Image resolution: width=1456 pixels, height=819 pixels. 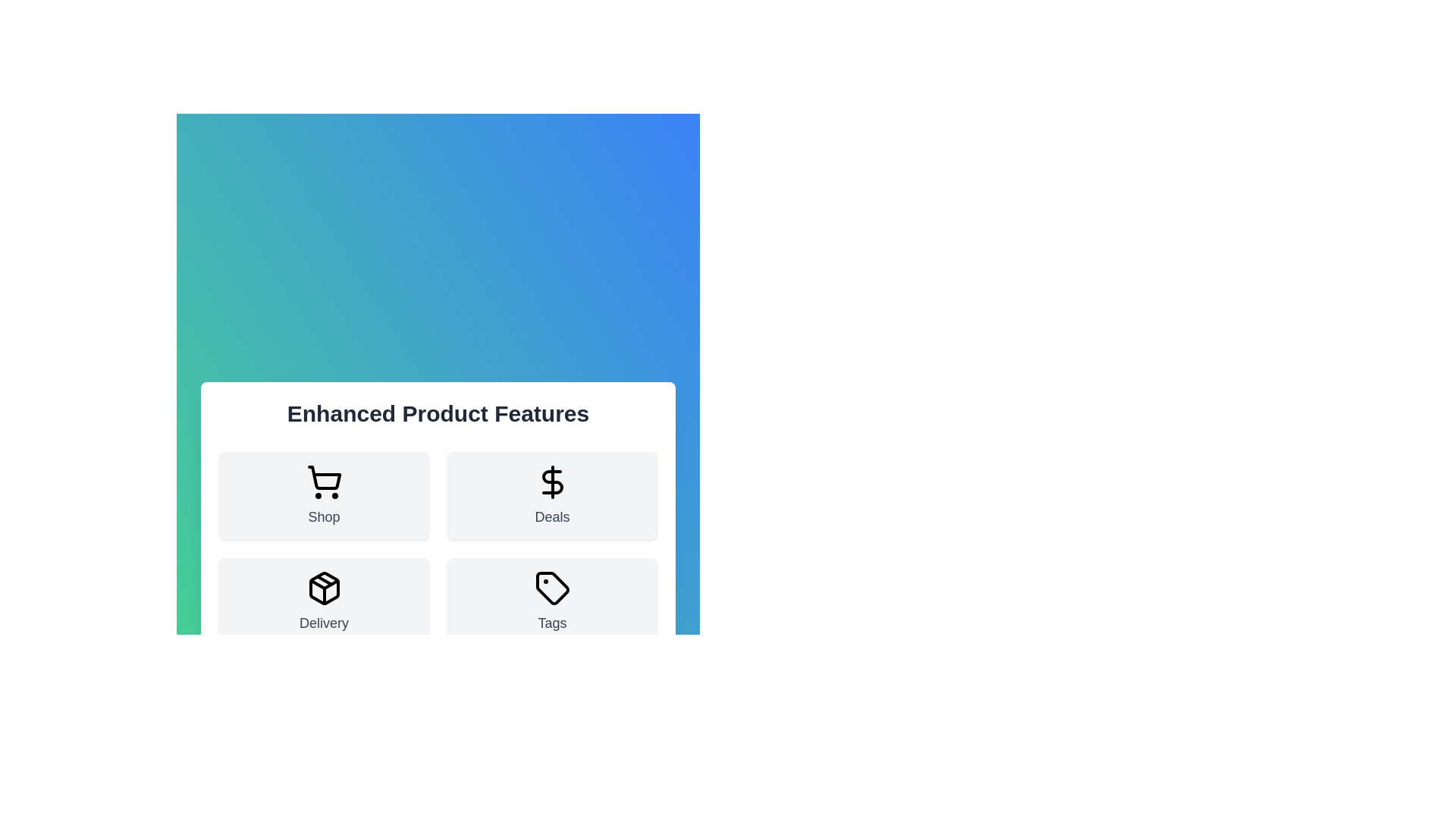 What do you see at coordinates (551, 516) in the screenshot?
I see `the text label displaying 'Deals' in light gray, positioned below the dollar sign icon in the second column of the grid layout` at bounding box center [551, 516].